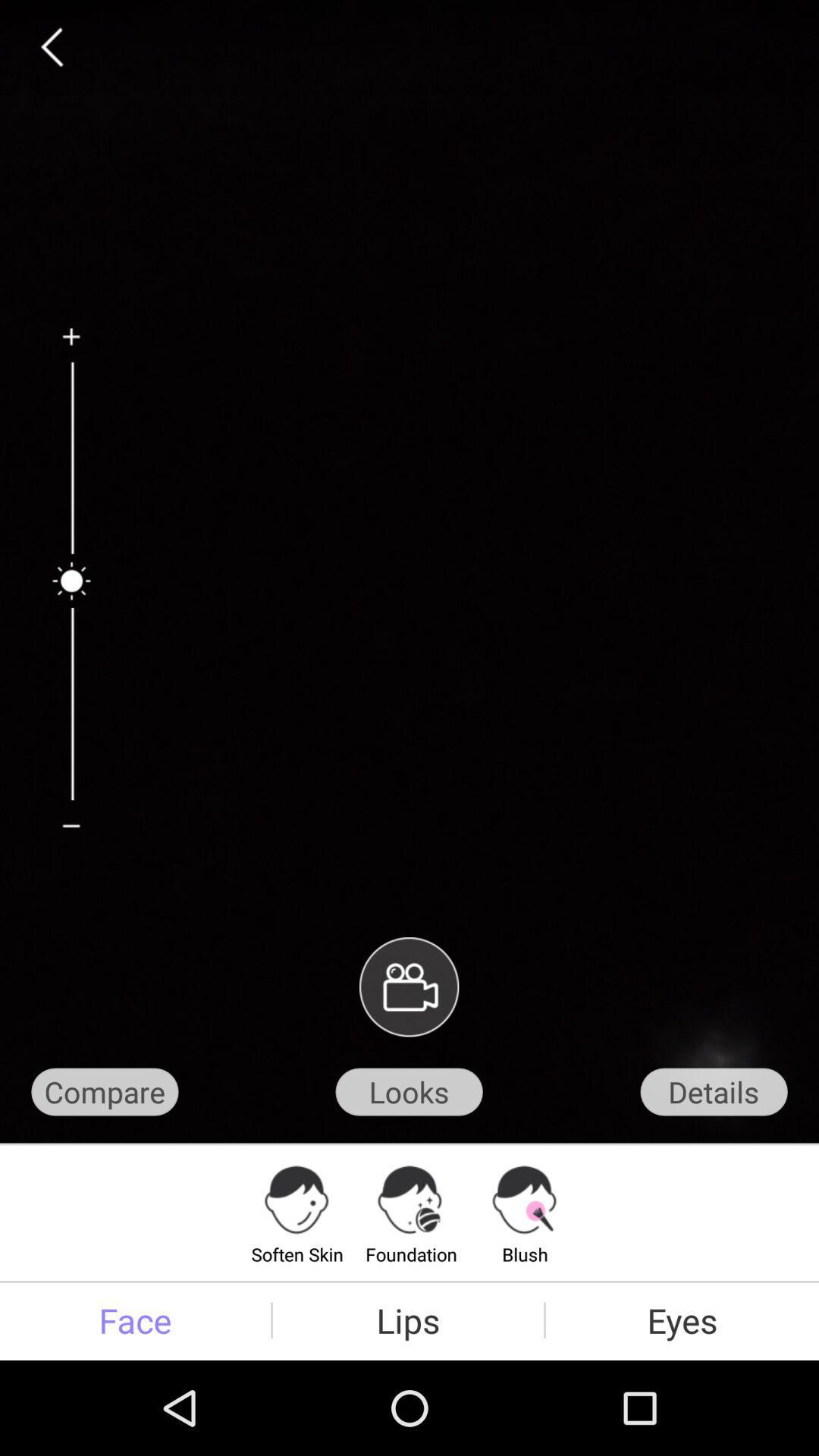 Image resolution: width=819 pixels, height=1456 pixels. I want to click on go to, so click(71, 344).